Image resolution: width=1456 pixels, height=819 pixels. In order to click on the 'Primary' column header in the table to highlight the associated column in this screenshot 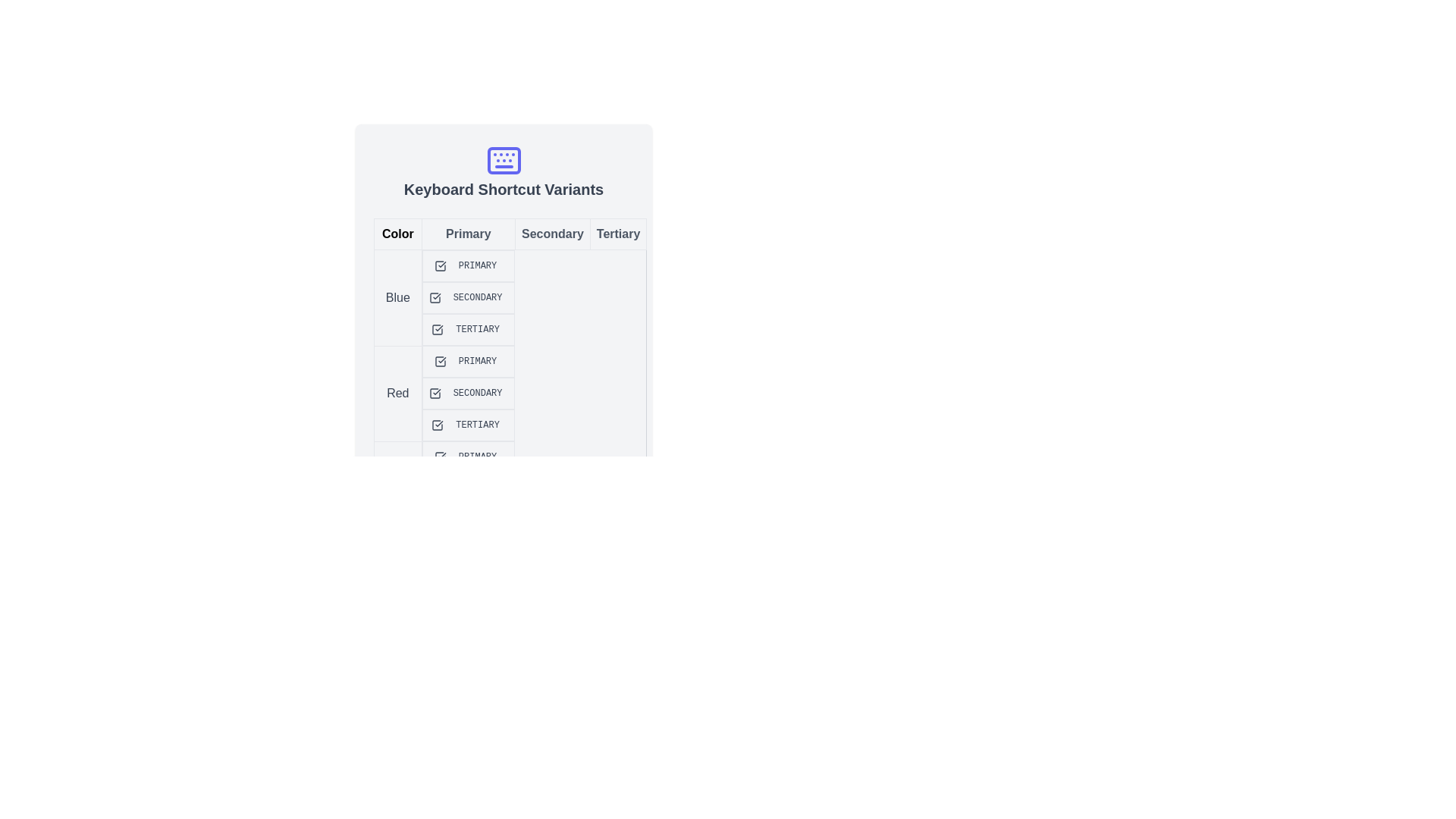, I will do `click(467, 234)`.